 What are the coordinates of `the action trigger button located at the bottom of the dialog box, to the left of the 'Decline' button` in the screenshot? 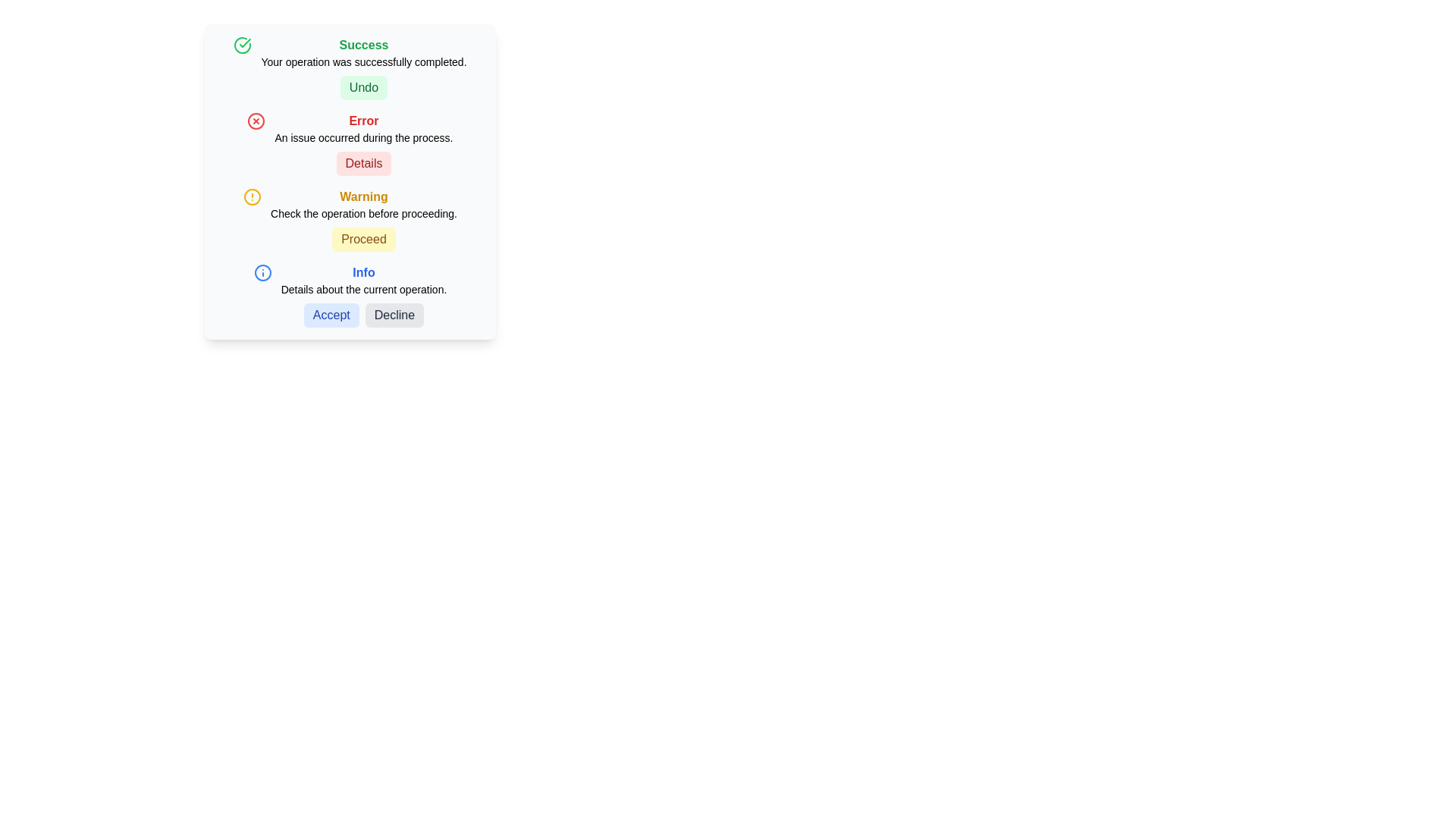 It's located at (330, 315).